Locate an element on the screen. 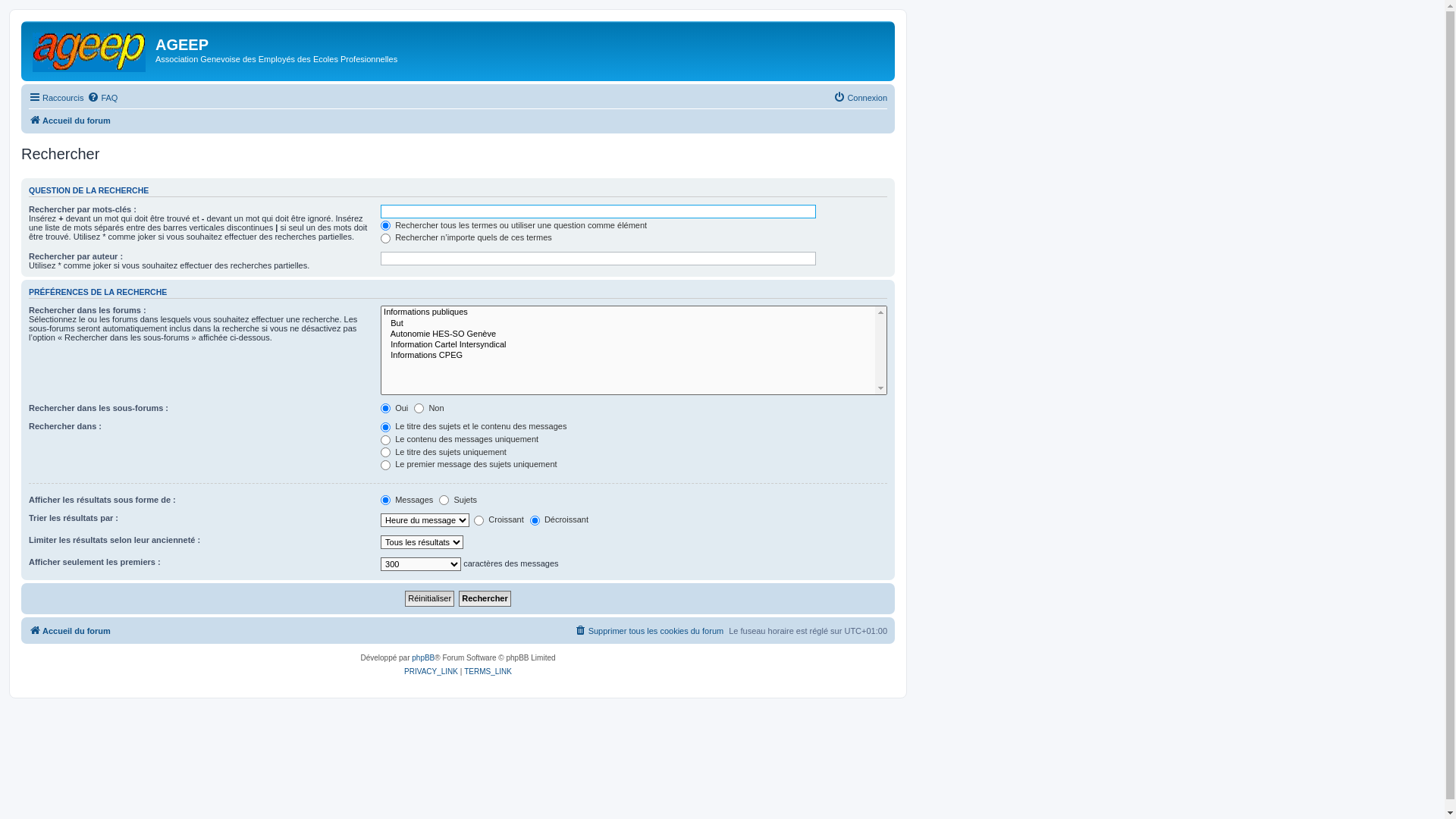  'TERMS_LINK' is located at coordinates (463, 671).